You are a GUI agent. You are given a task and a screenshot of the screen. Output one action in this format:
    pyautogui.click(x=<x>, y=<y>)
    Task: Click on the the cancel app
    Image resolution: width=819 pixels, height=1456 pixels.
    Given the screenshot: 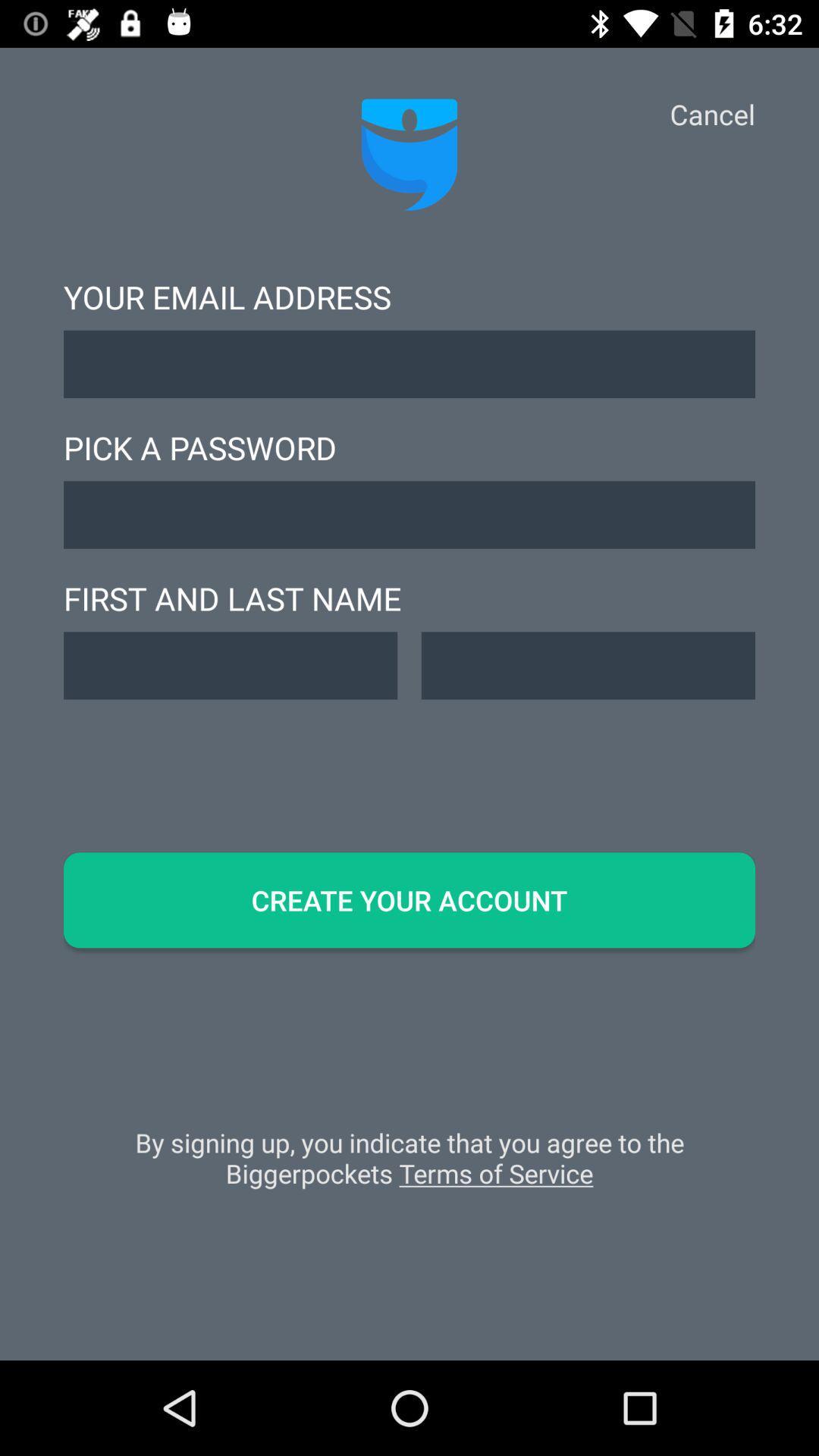 What is the action you would take?
    pyautogui.click(x=712, y=113)
    